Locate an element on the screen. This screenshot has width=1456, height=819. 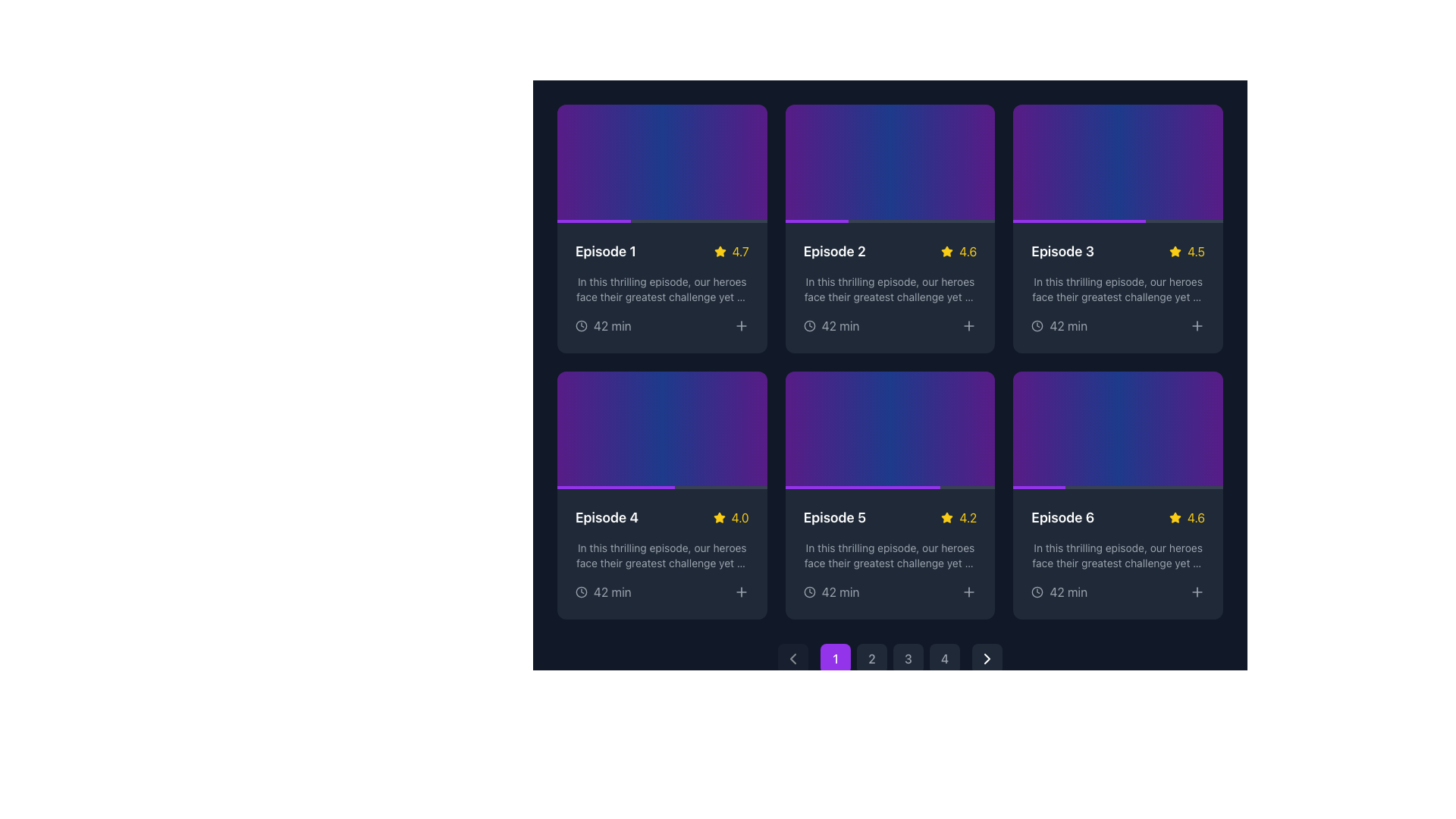
the right-pointing chevron icon in the pagination controls is located at coordinates (987, 657).